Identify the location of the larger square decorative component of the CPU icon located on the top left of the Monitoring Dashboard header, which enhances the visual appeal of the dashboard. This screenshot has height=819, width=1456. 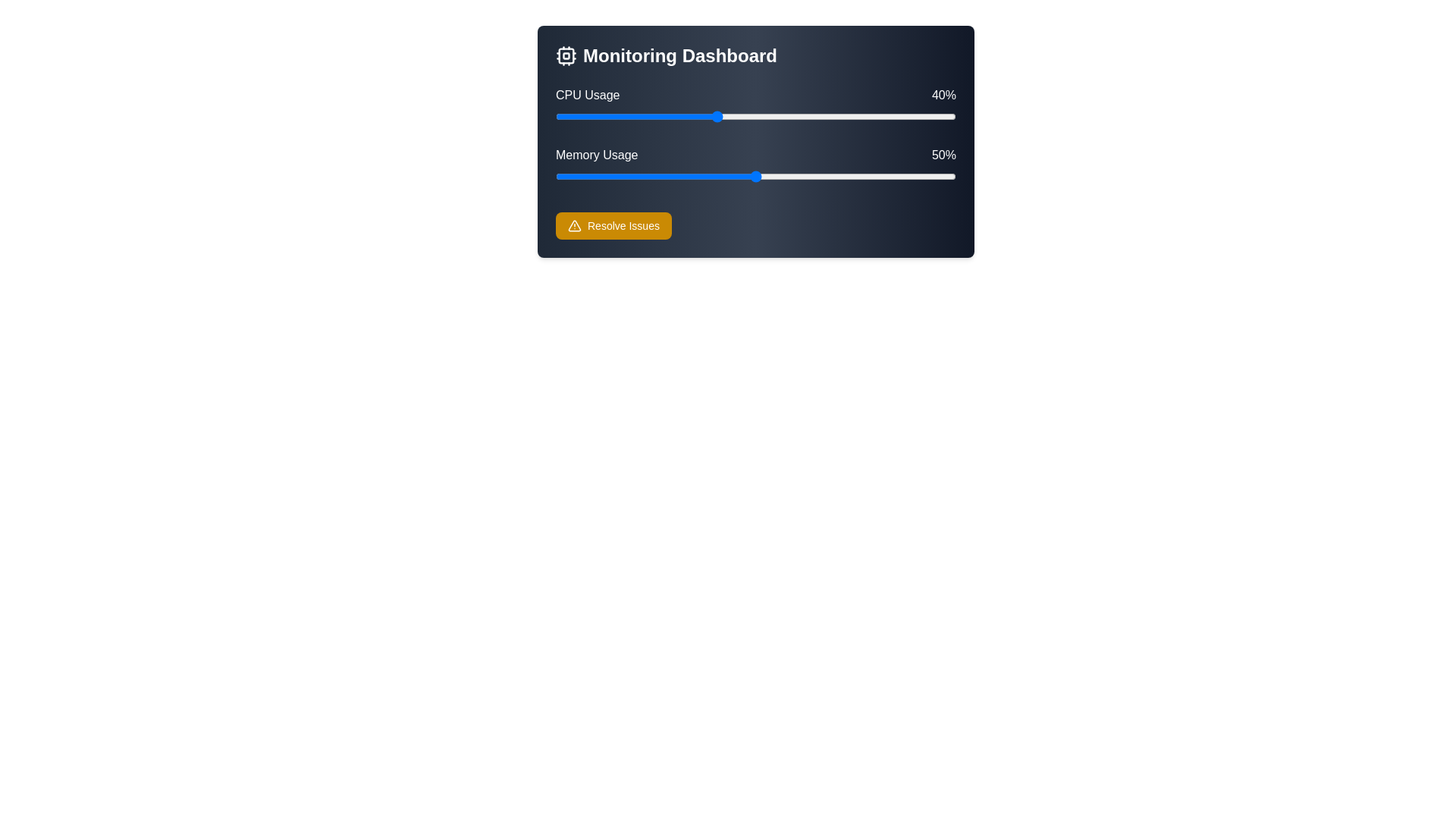
(566, 55).